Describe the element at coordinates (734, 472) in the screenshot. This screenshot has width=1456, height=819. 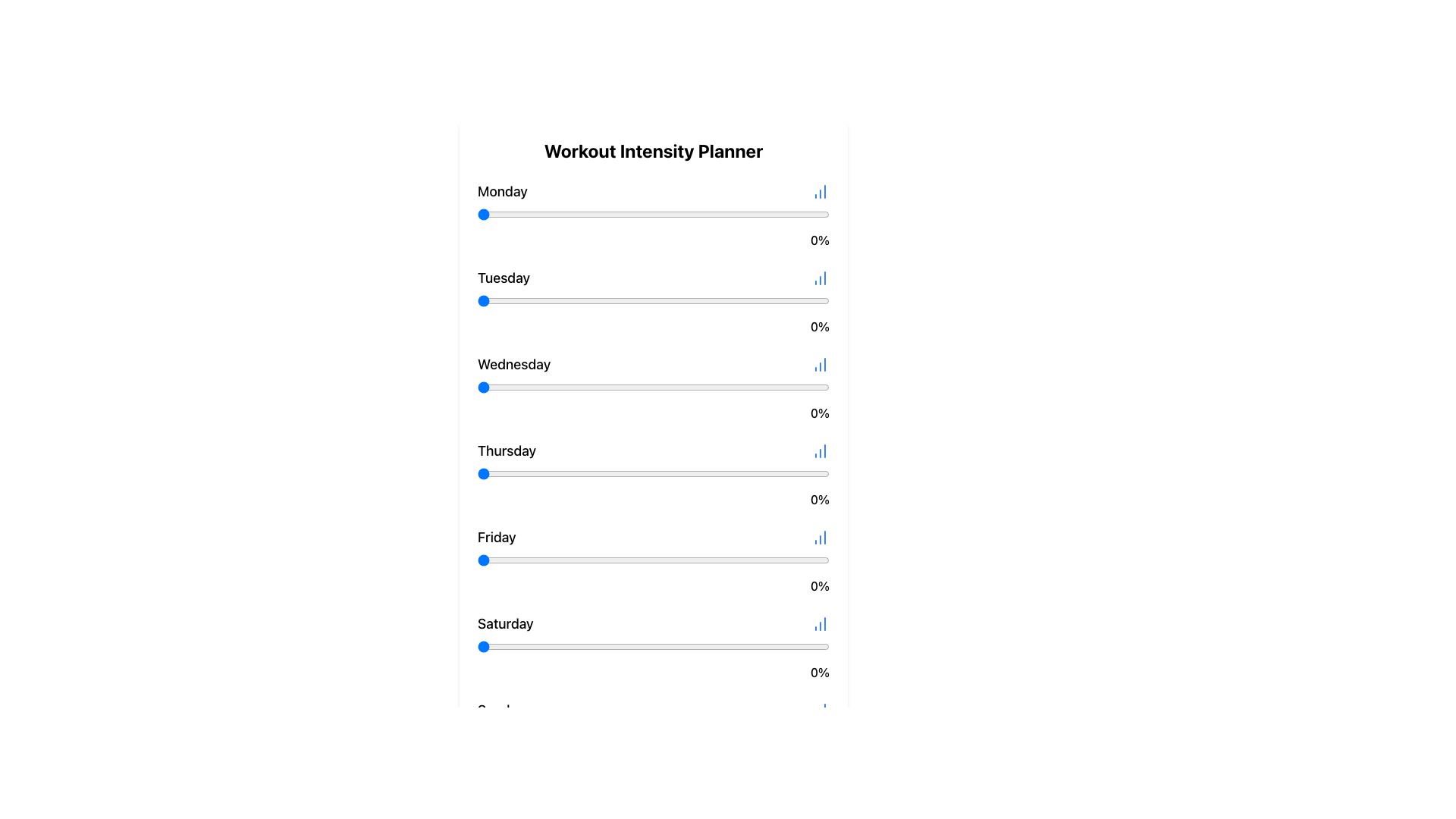
I see `the Thursday intensity` at that location.